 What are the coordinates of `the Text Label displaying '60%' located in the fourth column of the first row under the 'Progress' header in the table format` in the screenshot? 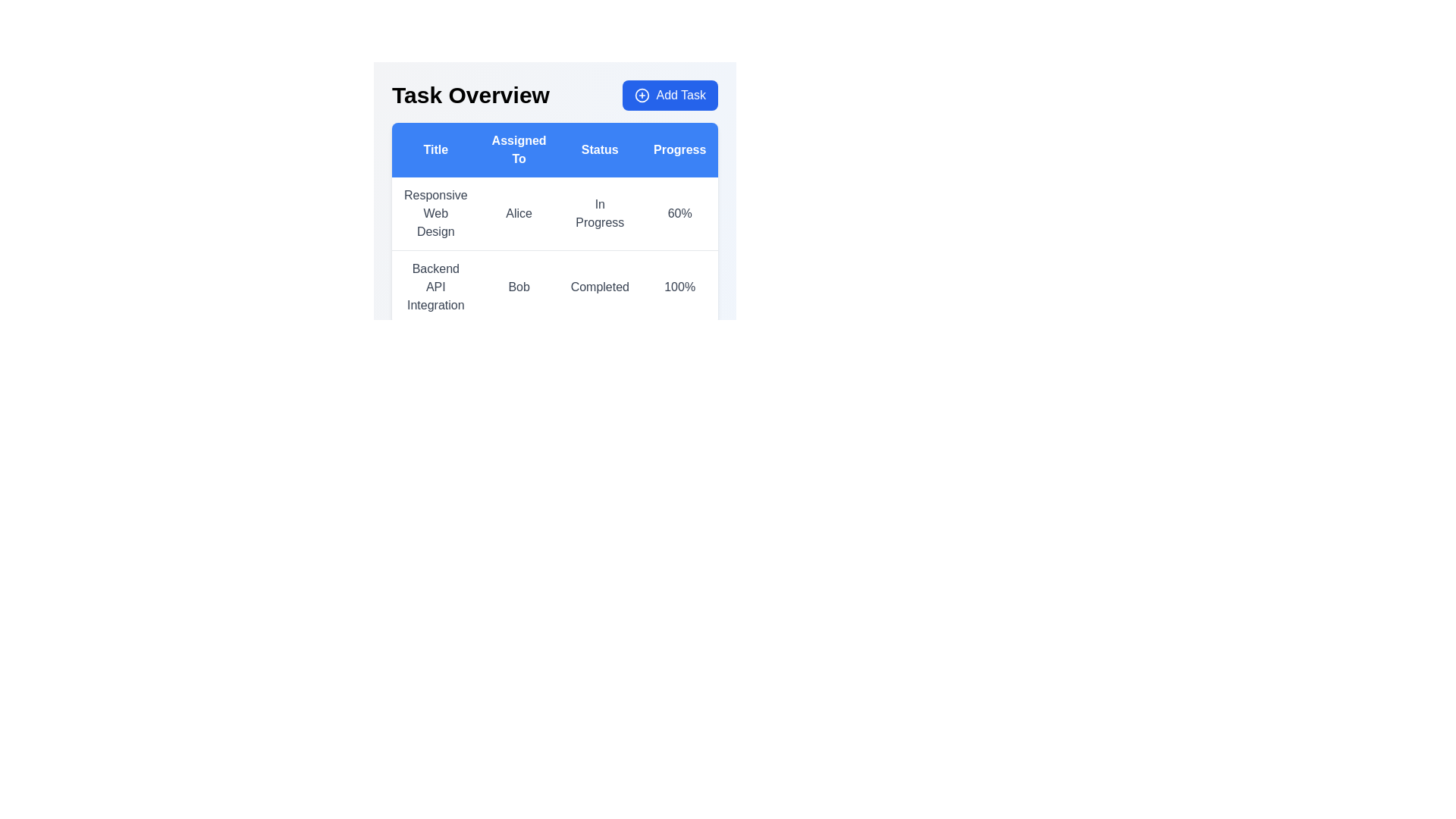 It's located at (679, 214).